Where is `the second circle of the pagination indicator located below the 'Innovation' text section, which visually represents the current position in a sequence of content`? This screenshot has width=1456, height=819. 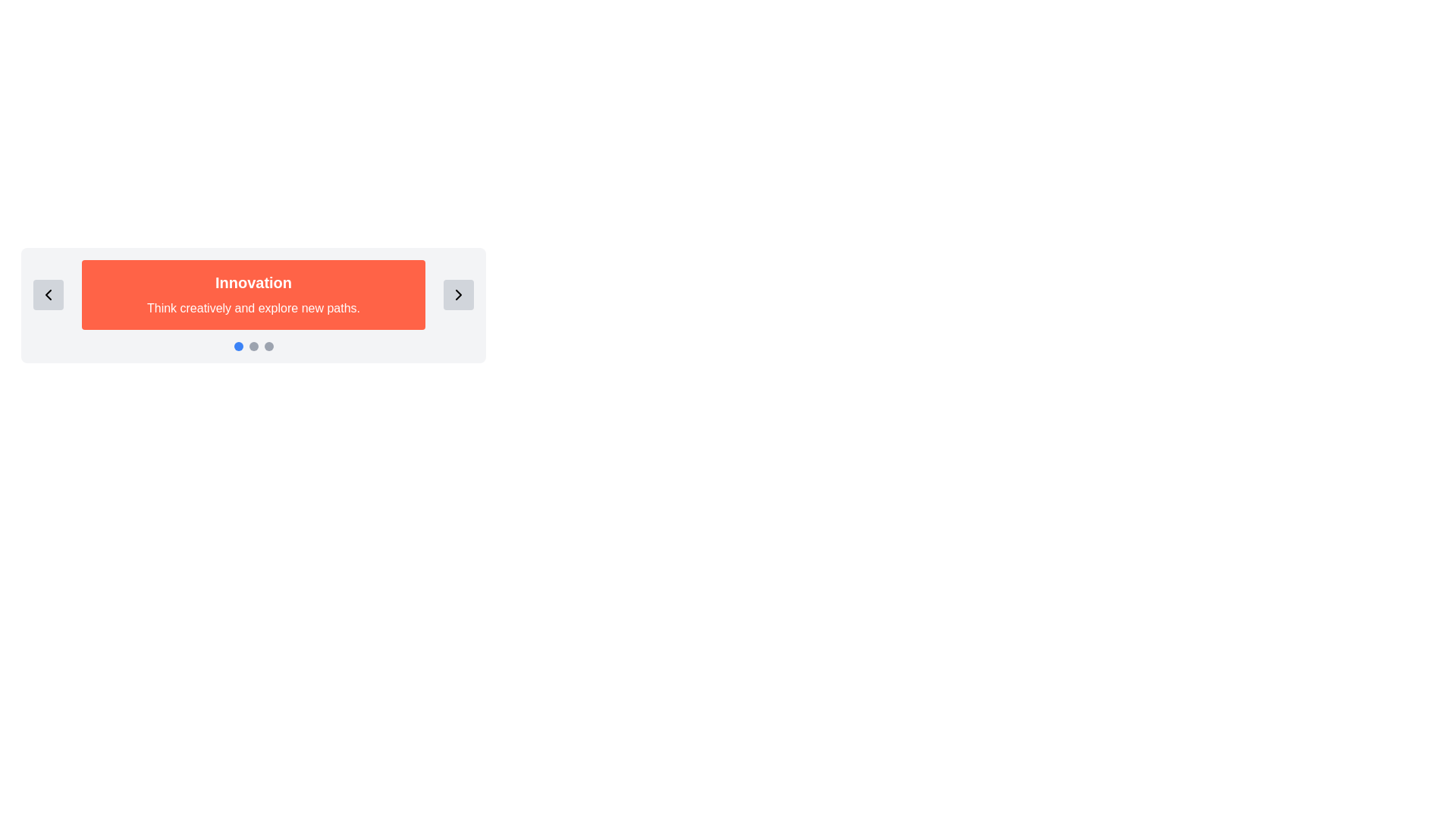
the second circle of the pagination indicator located below the 'Innovation' text section, which visually represents the current position in a sequence of content is located at coordinates (253, 346).